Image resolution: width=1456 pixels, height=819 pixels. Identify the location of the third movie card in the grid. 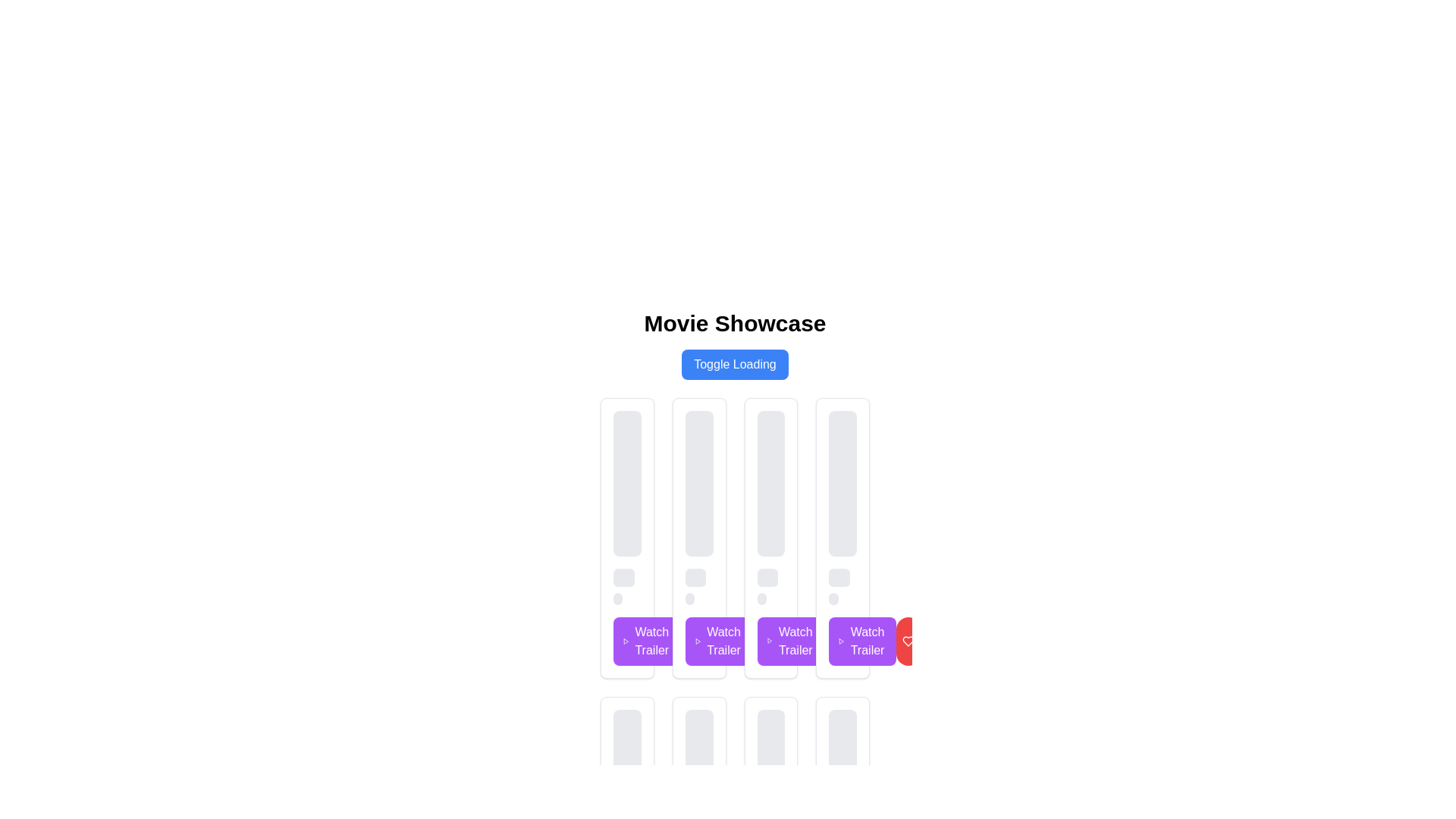
(770, 537).